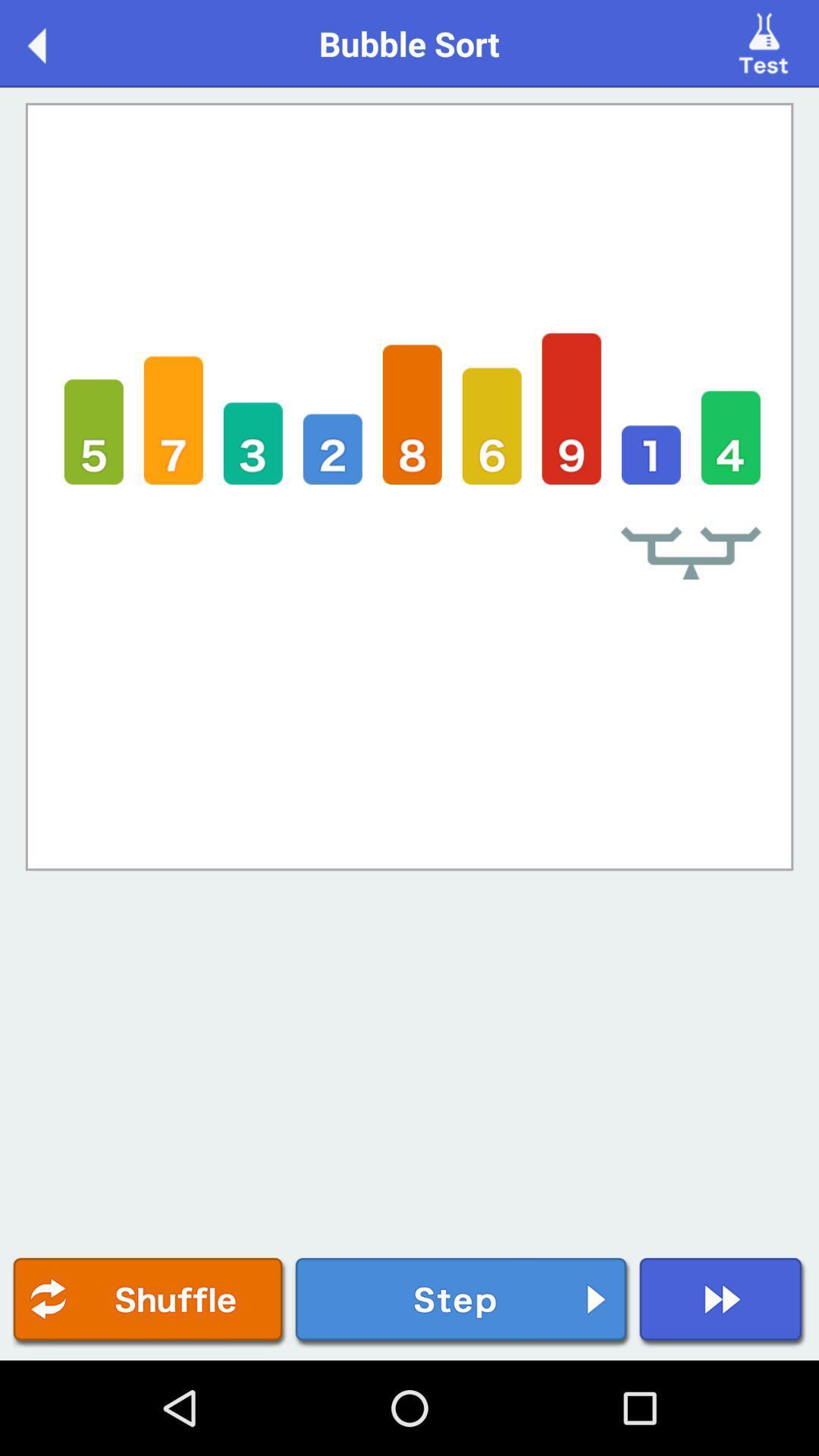 The width and height of the screenshot is (819, 1456). What do you see at coordinates (149, 1301) in the screenshot?
I see `shuffle` at bounding box center [149, 1301].